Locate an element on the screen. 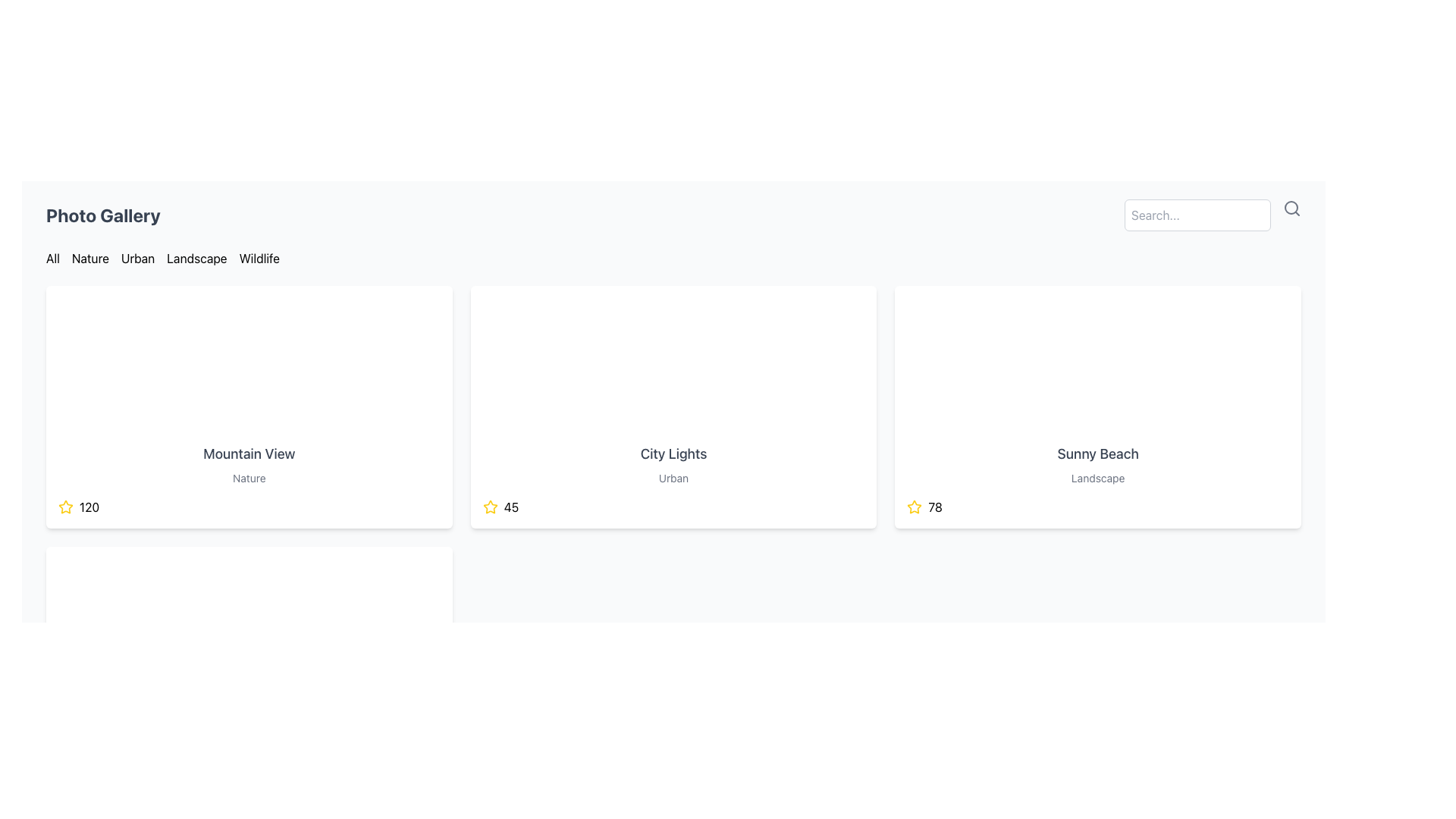  the fourth clickable label in the filter options for 'Landscape' located below the 'Photo Gallery' header is located at coordinates (196, 257).